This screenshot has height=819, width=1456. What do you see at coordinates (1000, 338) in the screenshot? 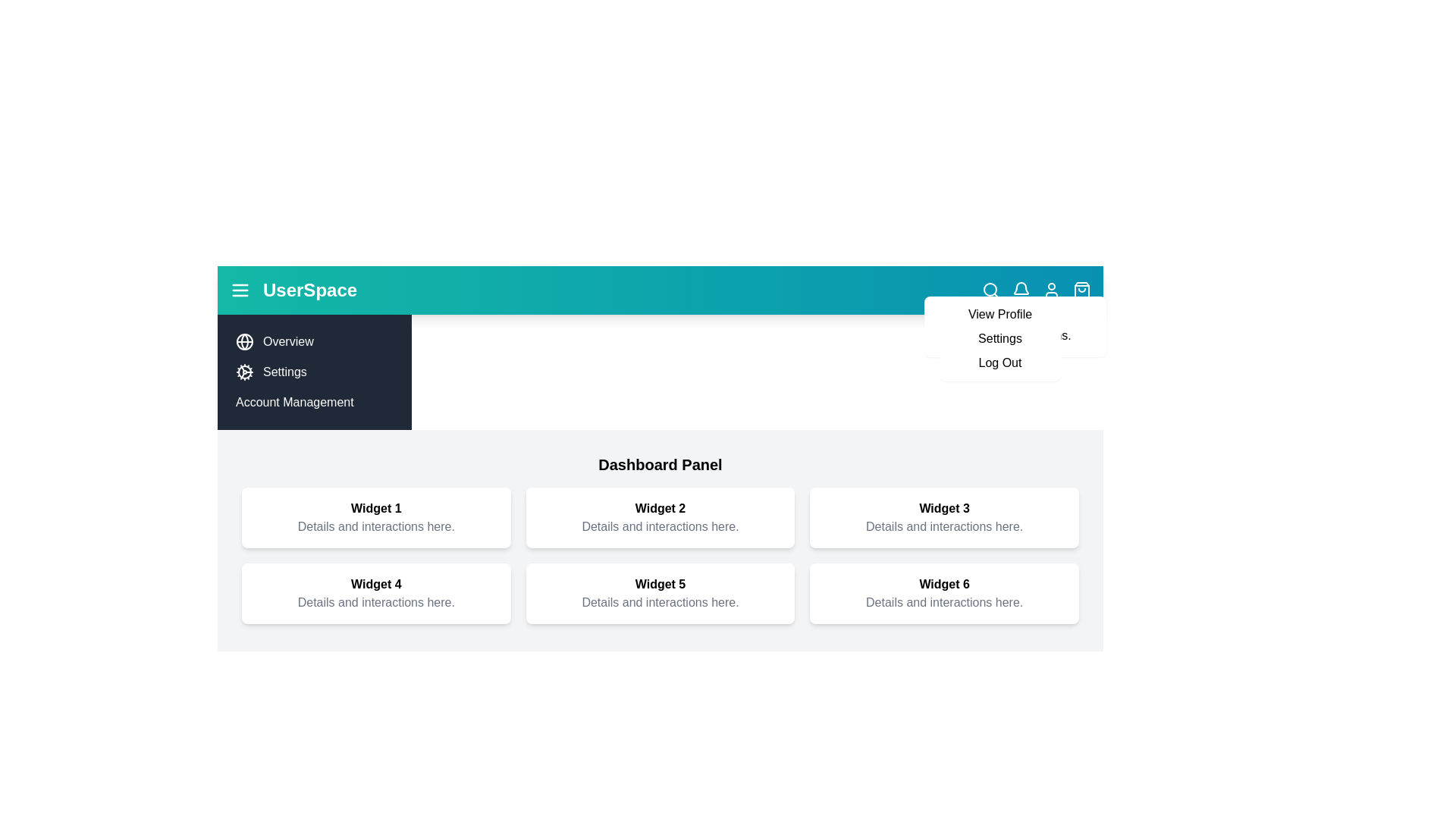
I see `the 'Settings' menu item, which is the second item in the dropdown menu located at the upper right corner of the interface` at bounding box center [1000, 338].